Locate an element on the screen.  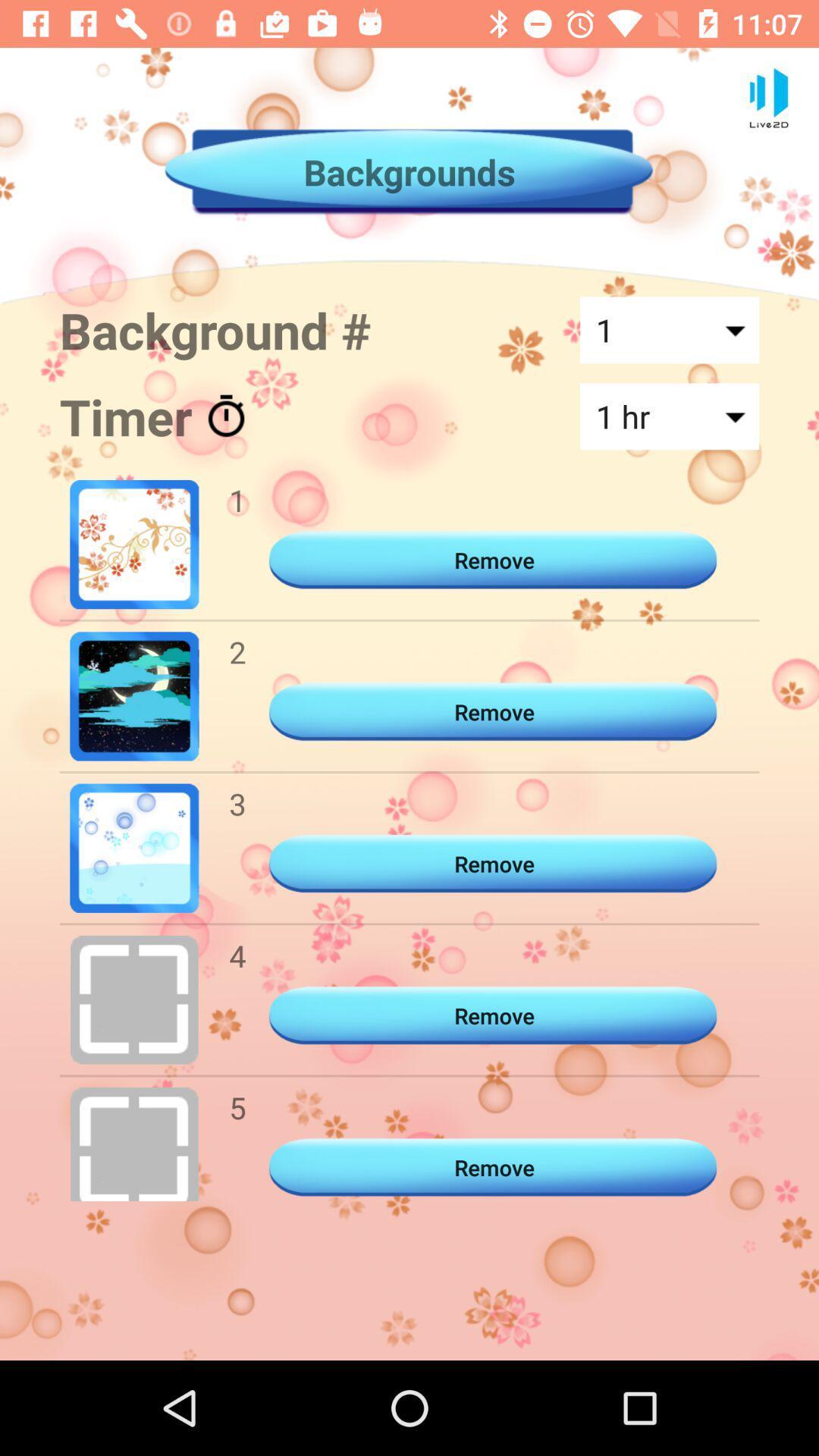
icon below the 2 is located at coordinates (237, 803).